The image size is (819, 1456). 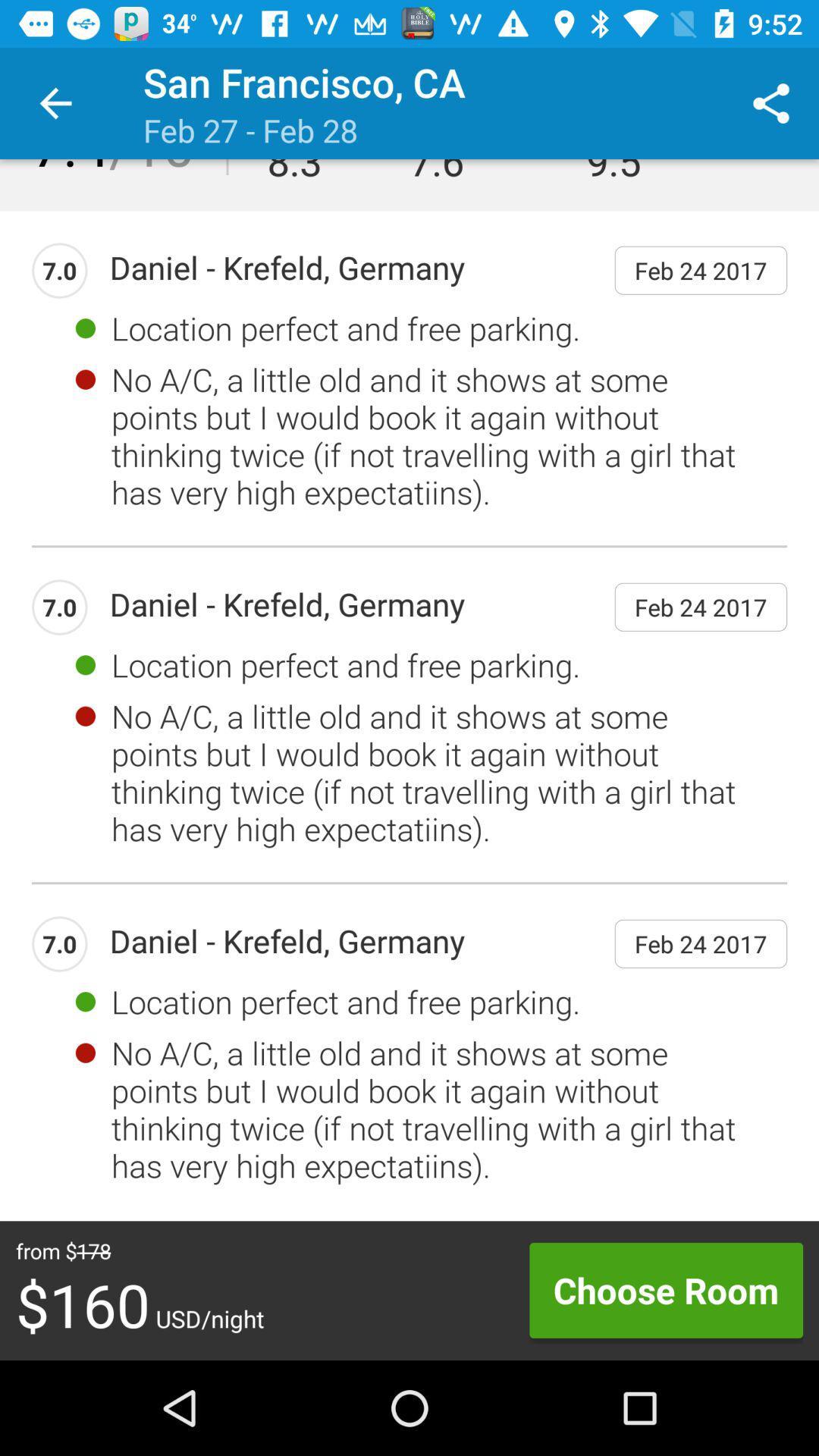 I want to click on the item to the left of the san francisco, ca, so click(x=55, y=102).